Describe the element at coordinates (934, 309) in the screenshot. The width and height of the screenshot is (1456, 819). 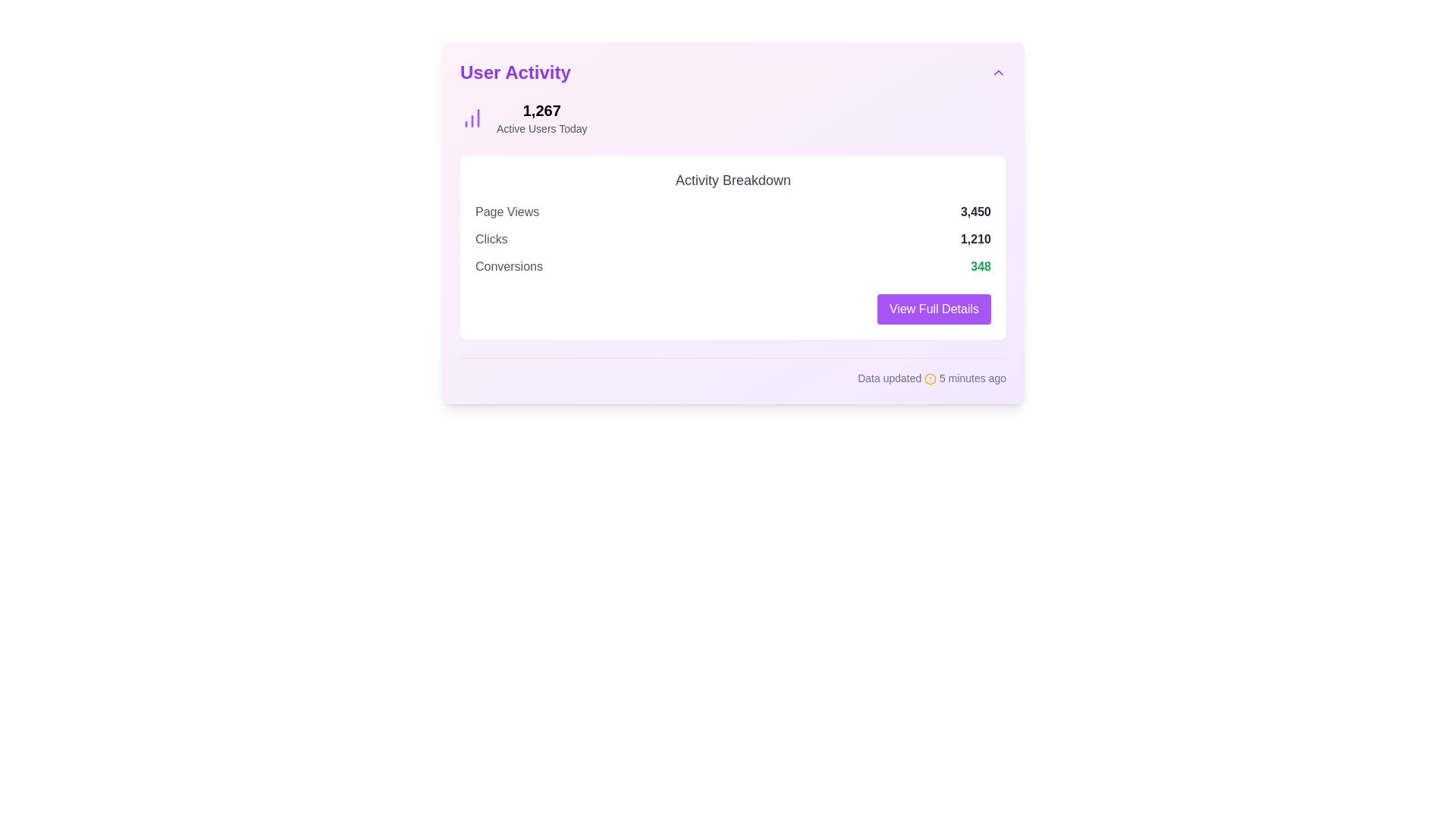
I see `the rectangular button with a purple background and white text that reads 'View Full Details' located at the bottom right corner of the user activity card` at that location.